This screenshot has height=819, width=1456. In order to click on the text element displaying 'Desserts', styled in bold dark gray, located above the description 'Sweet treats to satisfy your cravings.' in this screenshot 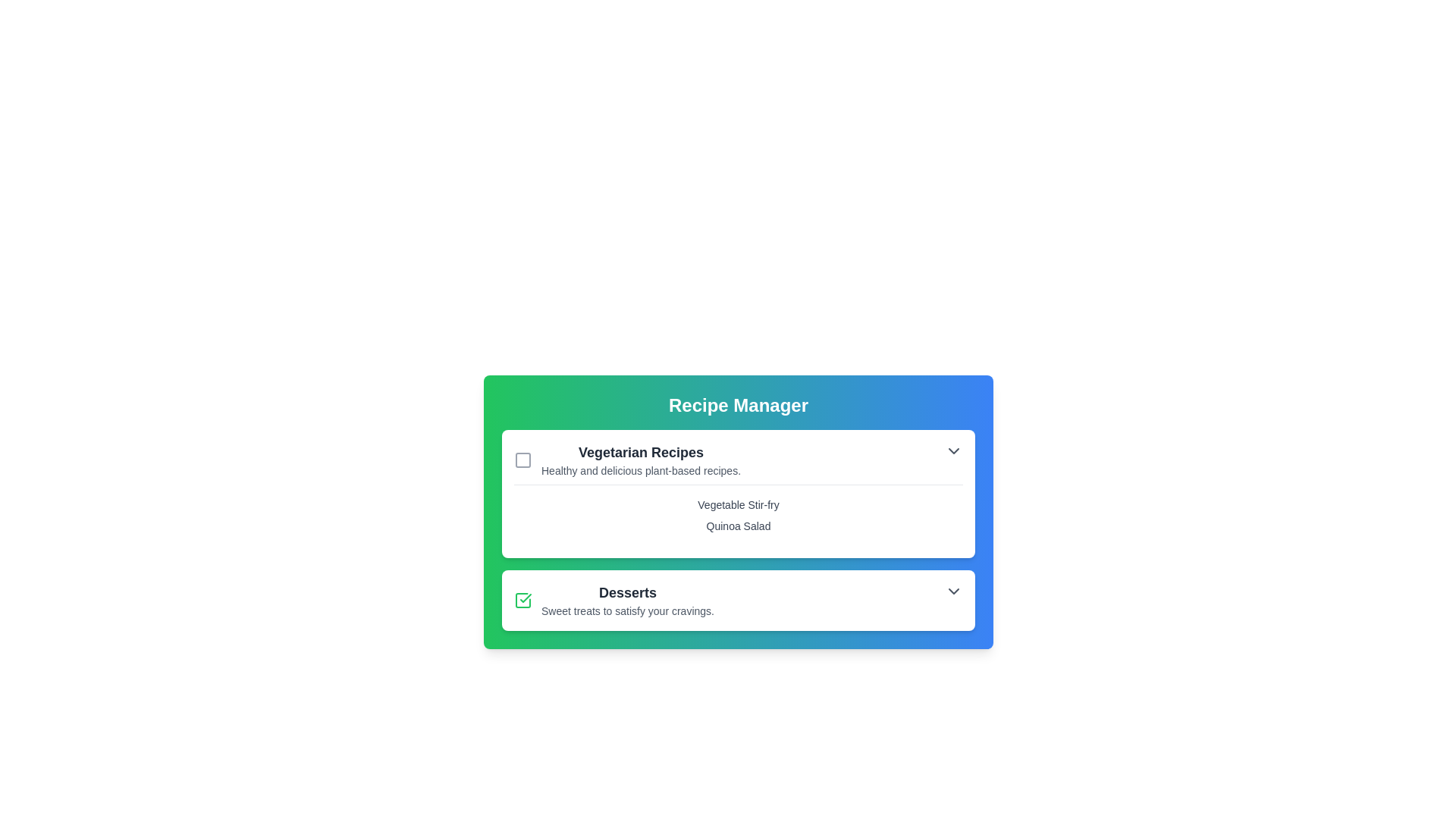, I will do `click(627, 592)`.